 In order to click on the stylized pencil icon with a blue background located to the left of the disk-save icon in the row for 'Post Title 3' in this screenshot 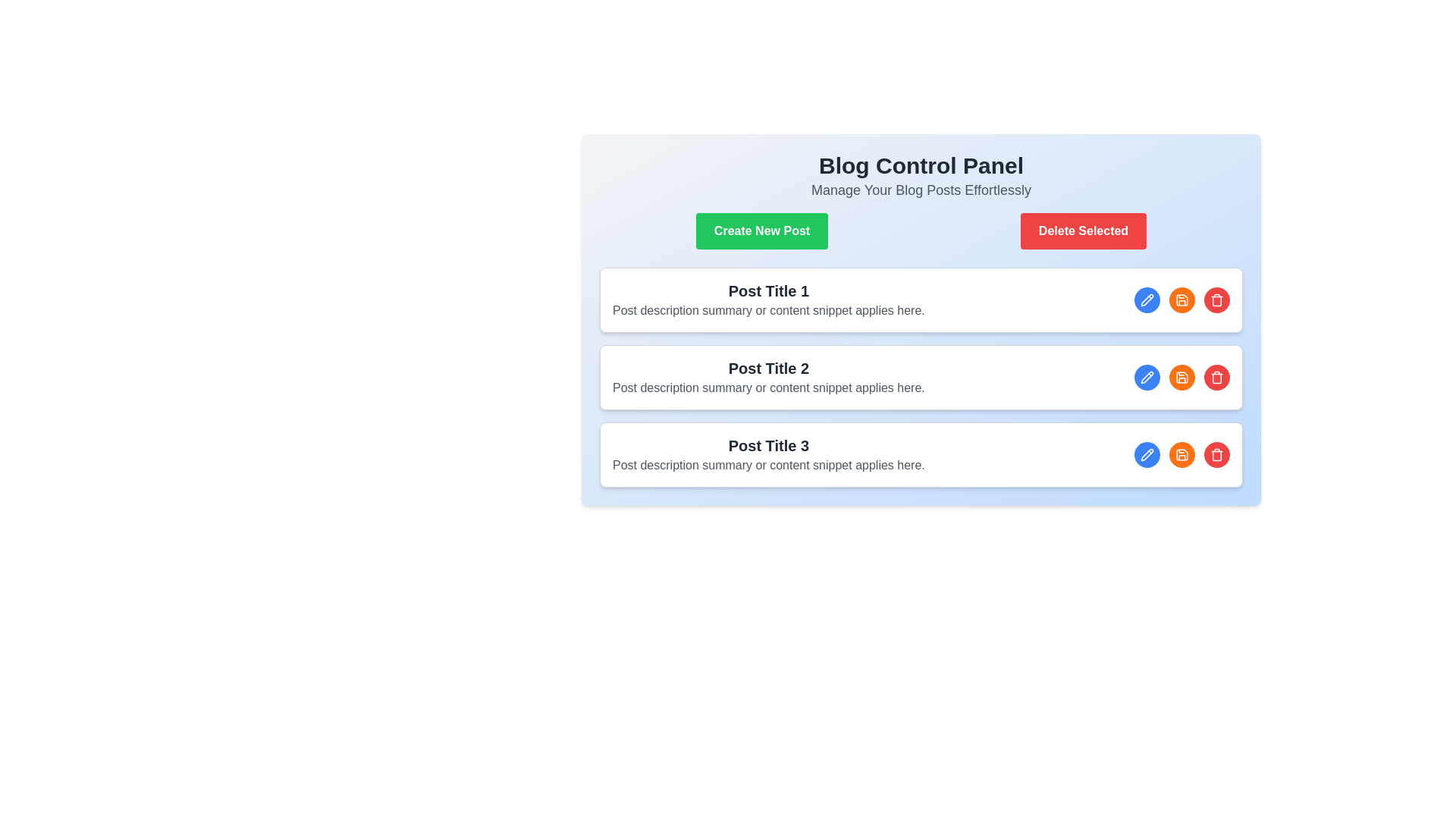, I will do `click(1147, 453)`.